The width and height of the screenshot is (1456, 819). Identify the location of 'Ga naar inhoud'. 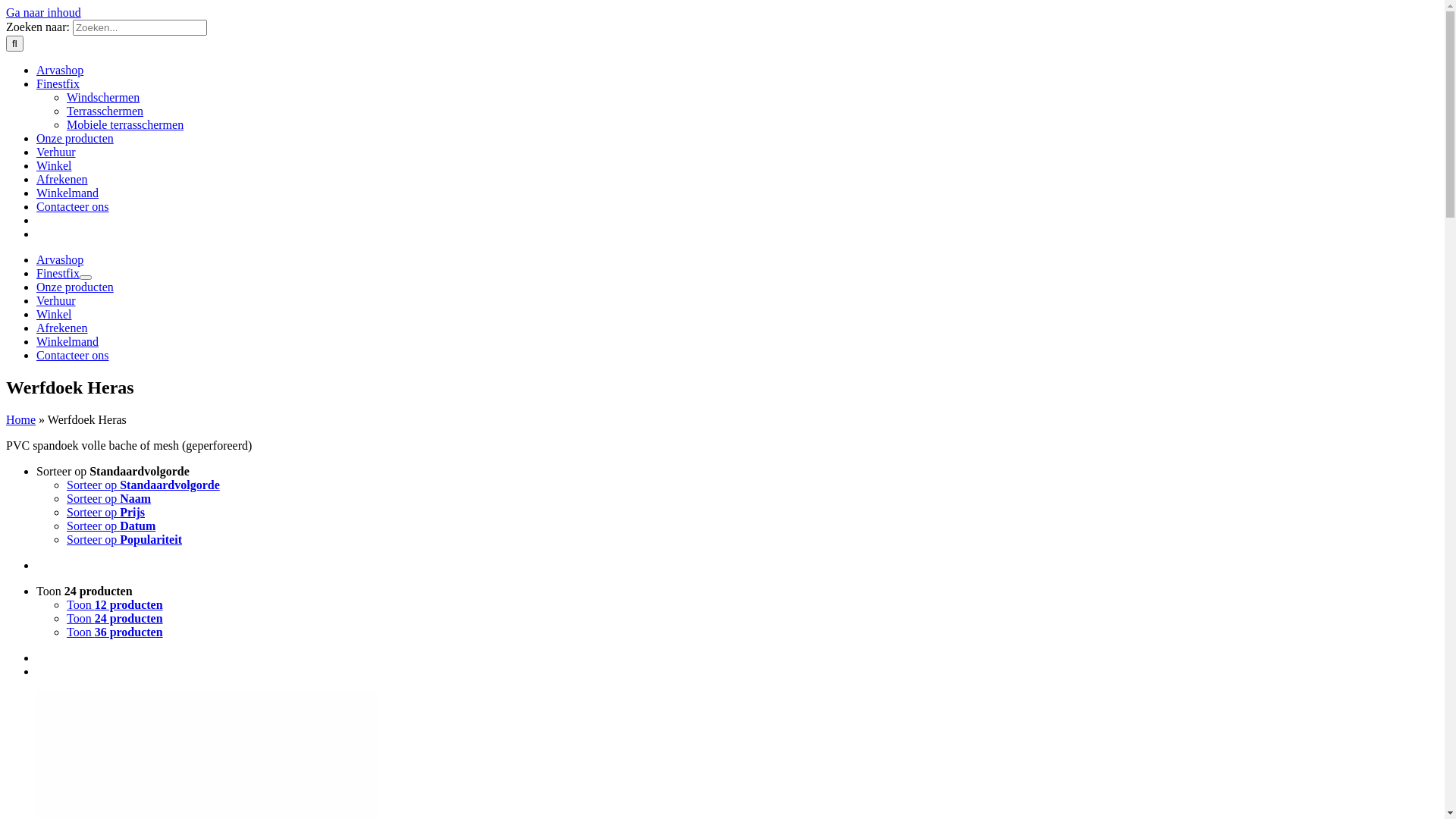
(6, 12).